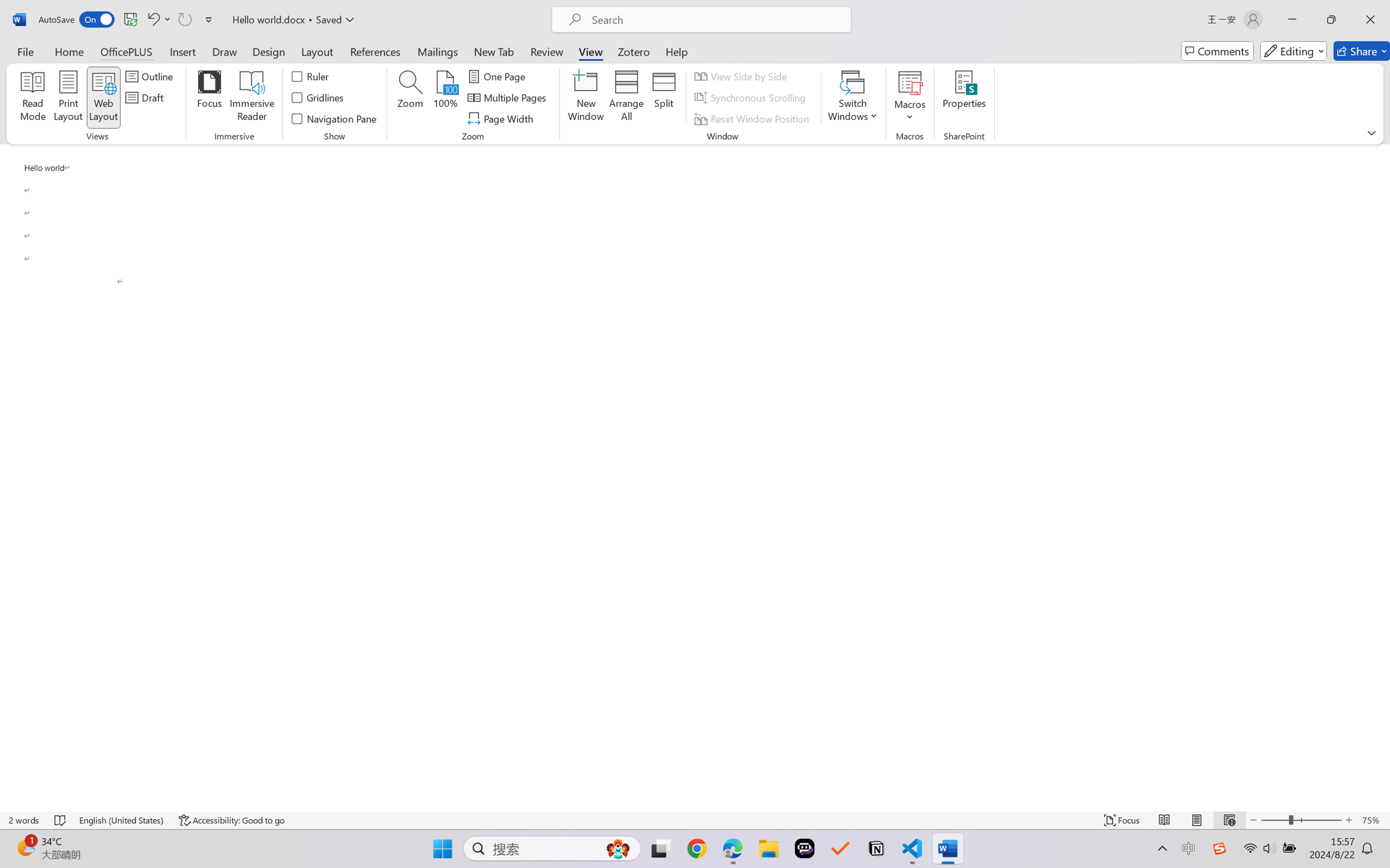 This screenshot has height=868, width=1390. Describe the element at coordinates (208, 19) in the screenshot. I see `'Customize Quick Access Toolbar'` at that location.